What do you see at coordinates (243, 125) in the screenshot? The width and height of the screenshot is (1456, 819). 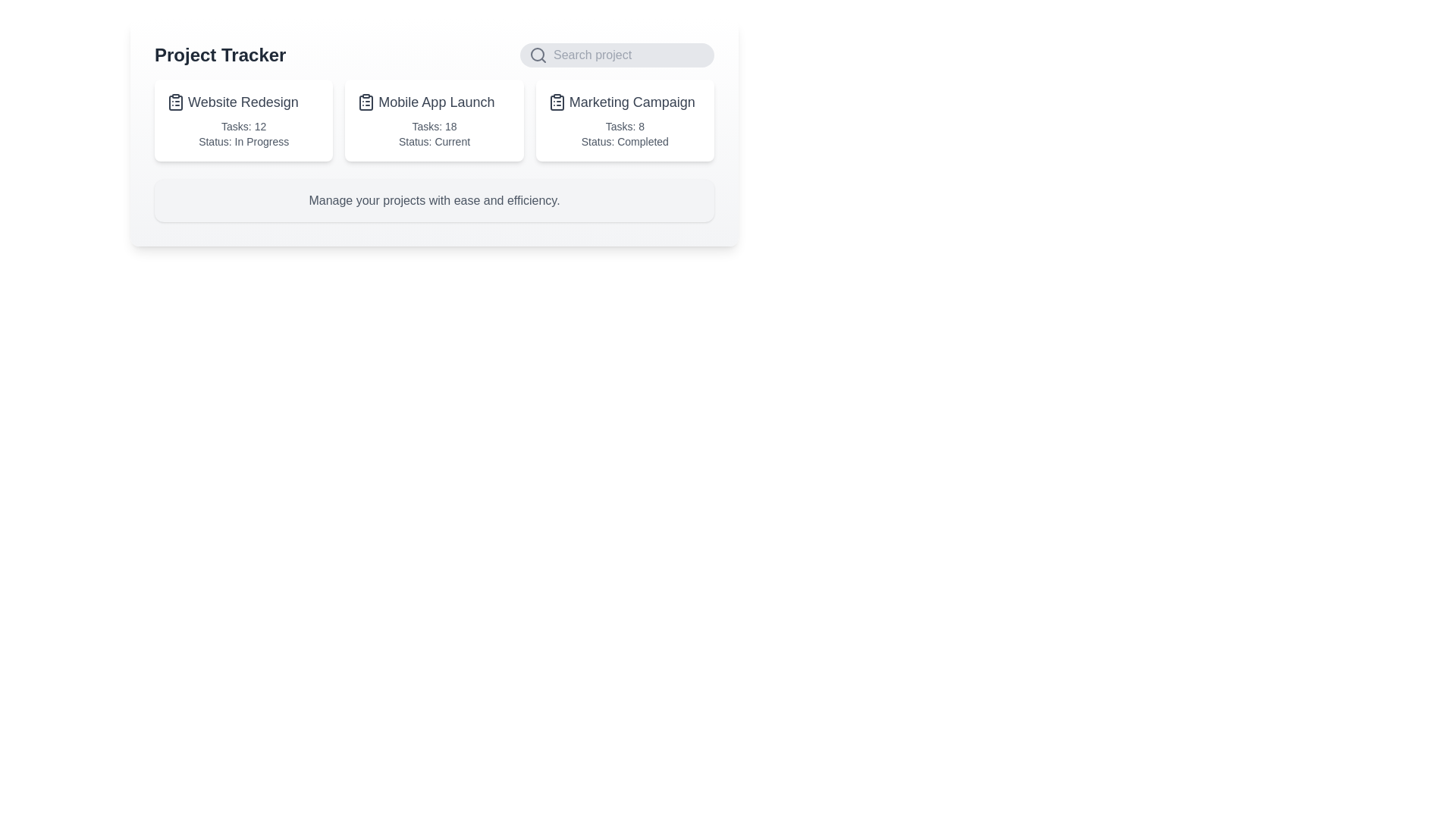 I see `the text label that indicates the number of tasks associated with the 'Website Redesign' project, which is positioned below the title text and above the 'Status: In Progress' indicator` at bounding box center [243, 125].